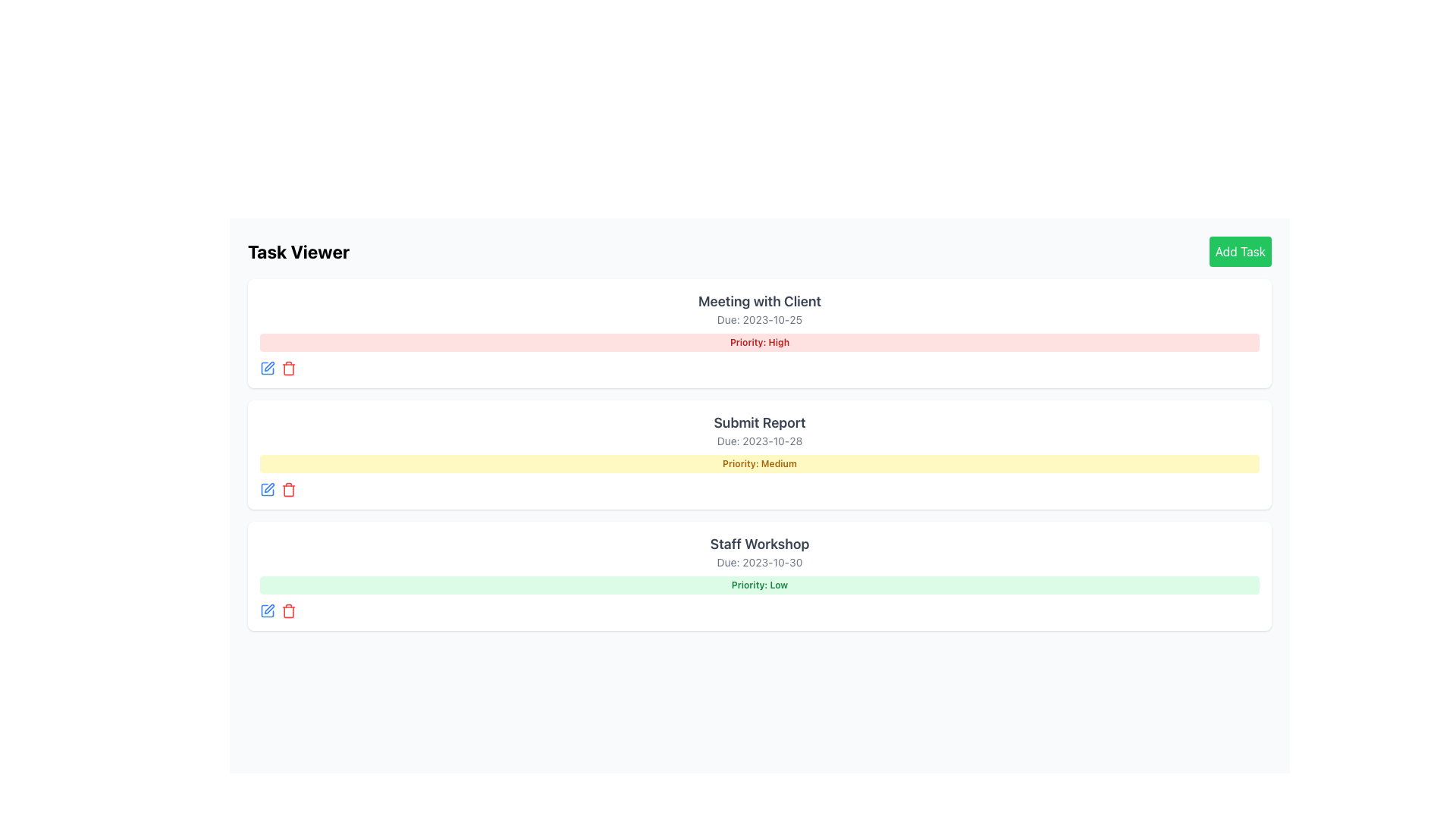 The image size is (1456, 819). Describe the element at coordinates (288, 489) in the screenshot. I see `the red trash can icon button in the task list interface` at that location.